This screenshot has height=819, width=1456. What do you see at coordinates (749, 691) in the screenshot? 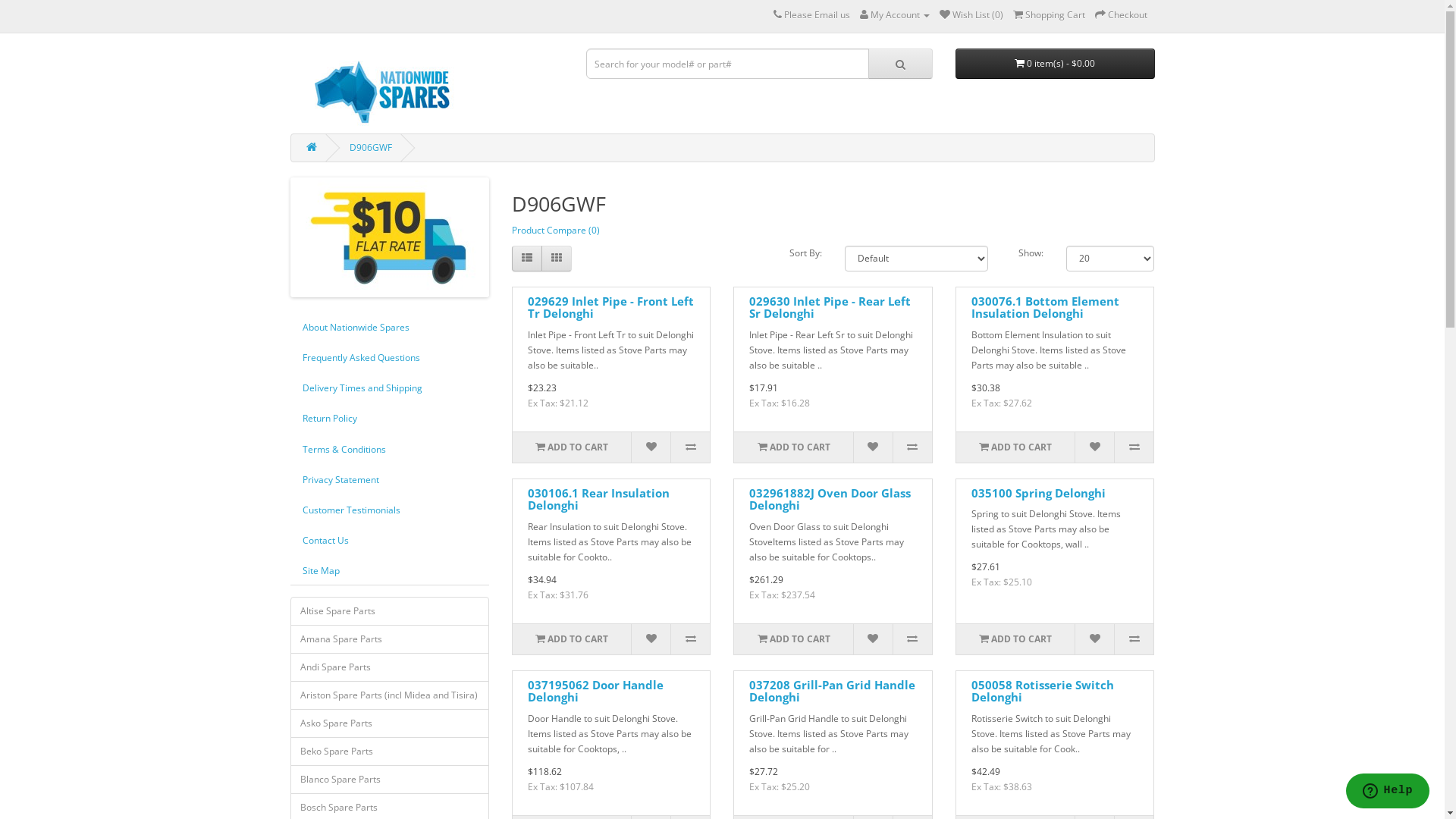
I see `'037208 Grill-Pan Grid Handle Delonghi'` at bounding box center [749, 691].